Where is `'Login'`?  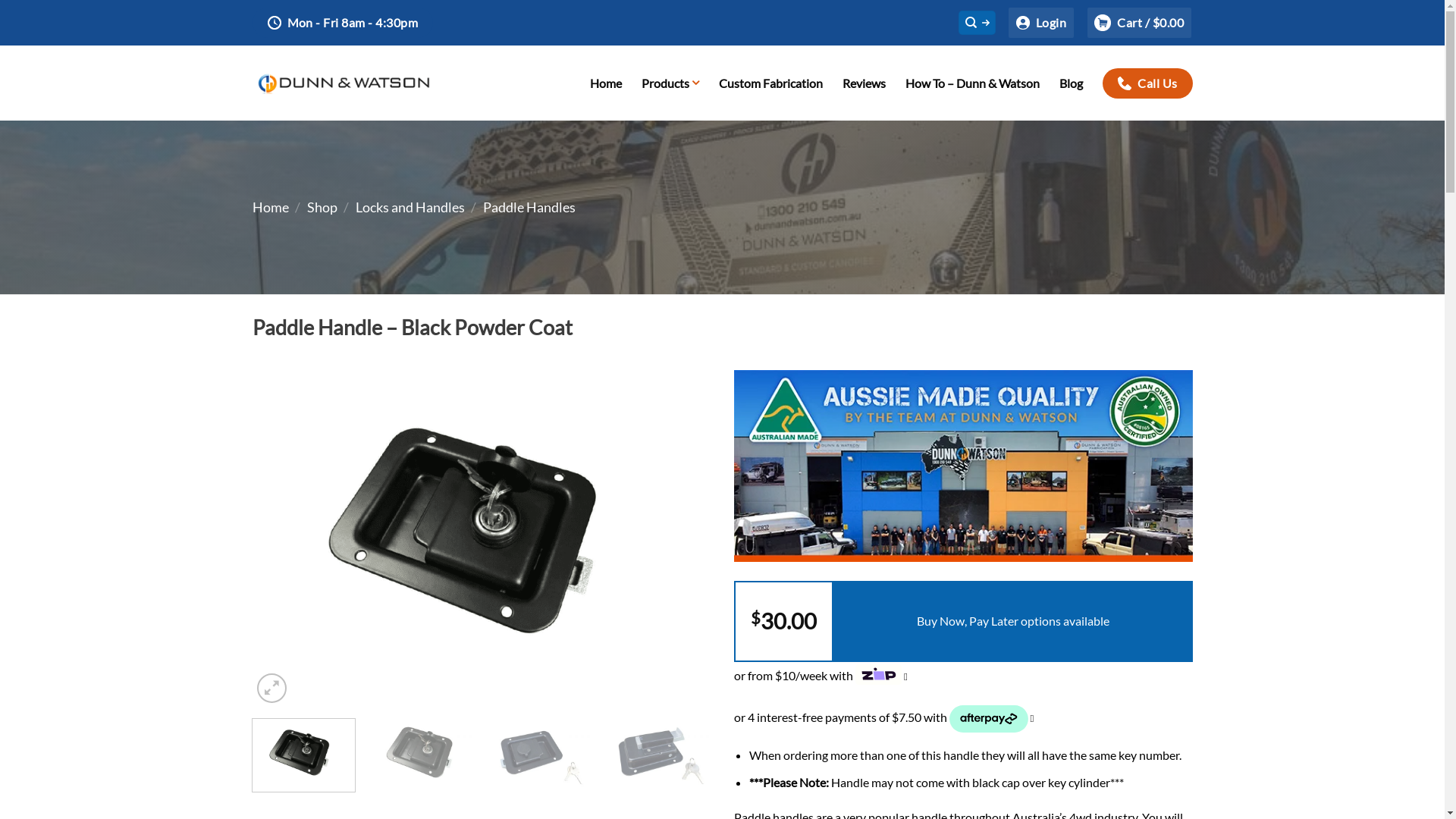 'Login' is located at coordinates (1040, 23).